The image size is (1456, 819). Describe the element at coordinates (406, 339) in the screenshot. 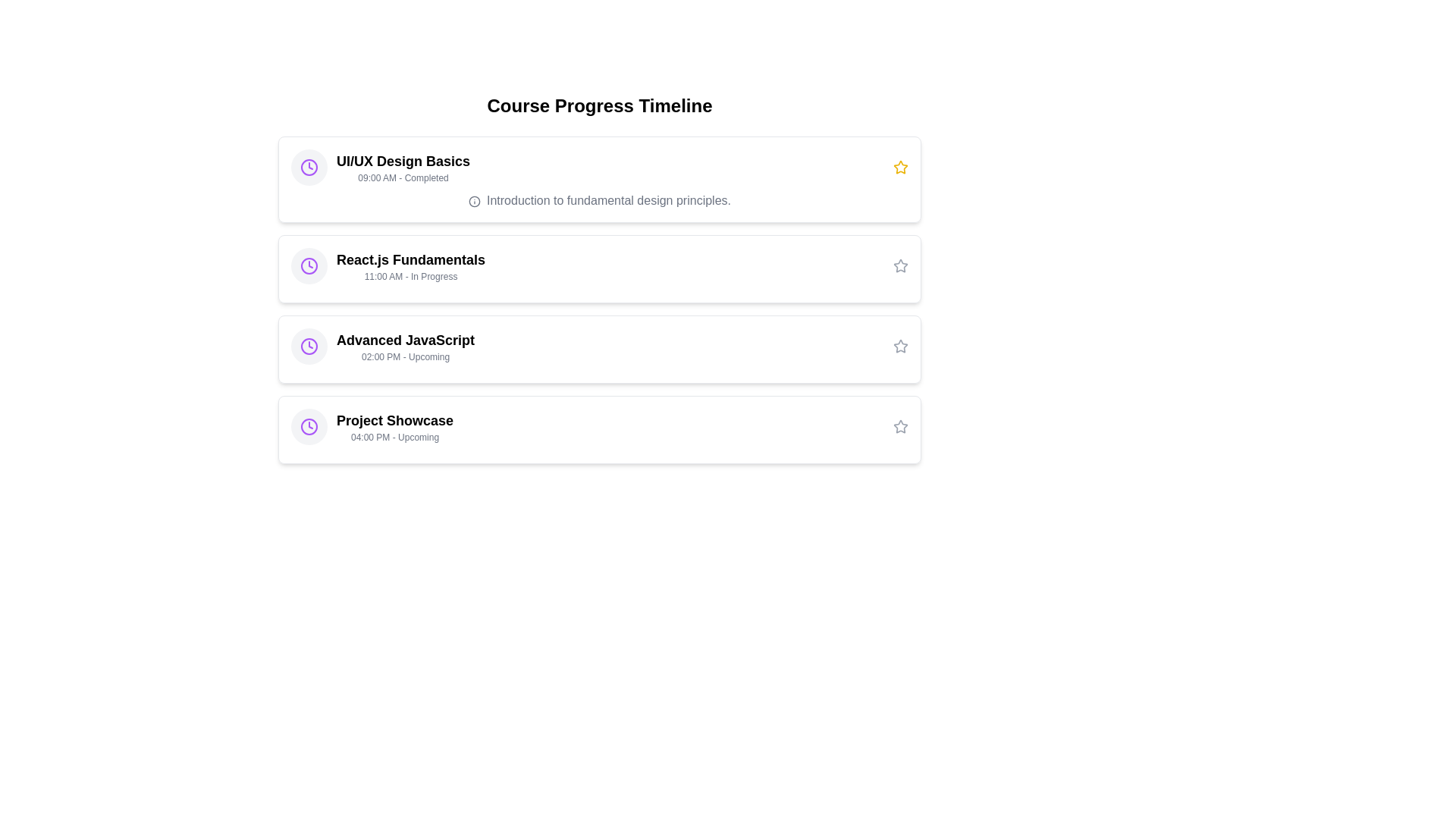

I see `text of the 'Advanced JavaScript' title label, which is the prominent title of the third item in the list` at that location.